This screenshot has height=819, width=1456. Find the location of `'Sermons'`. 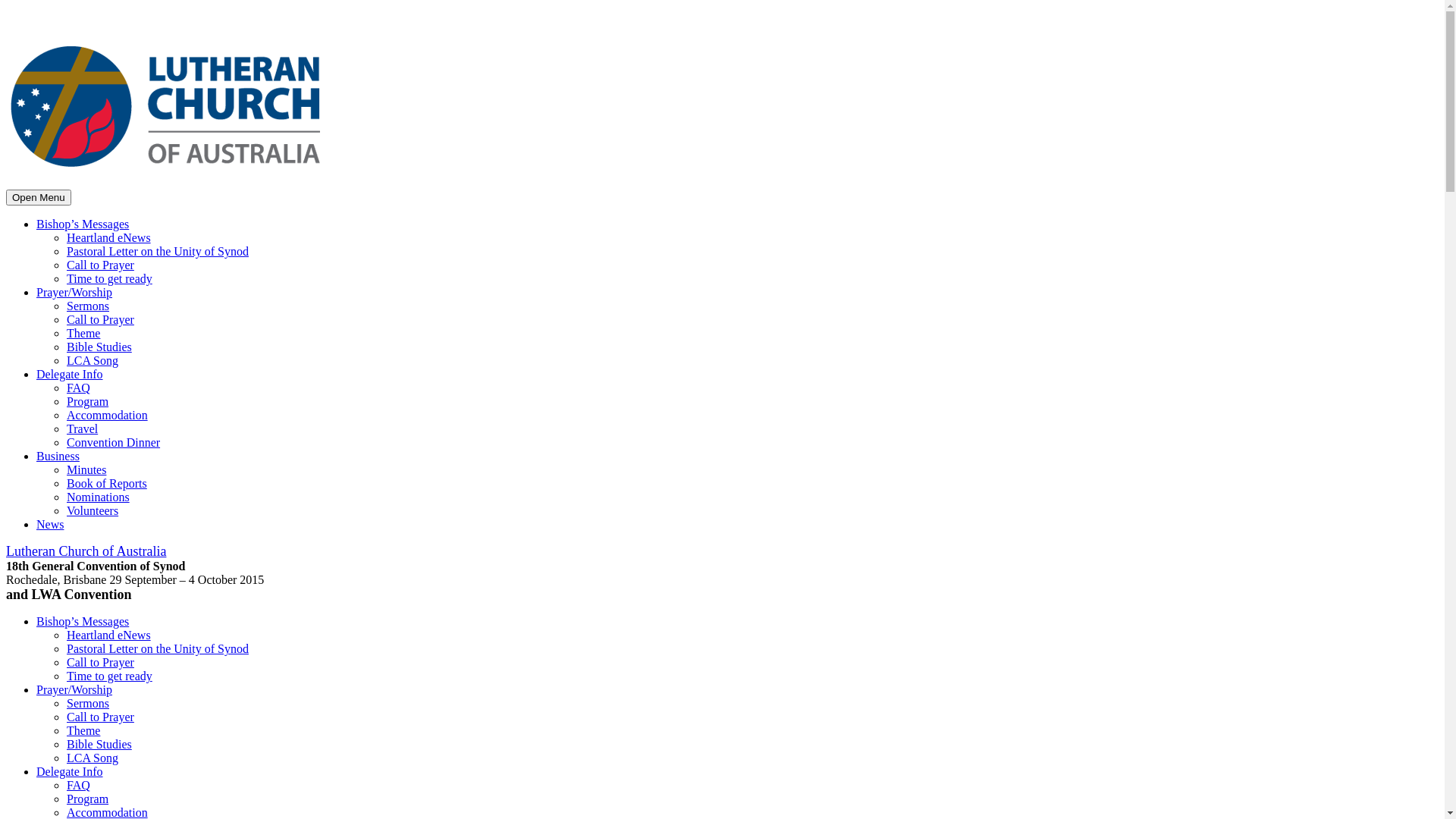

'Sermons' is located at coordinates (86, 306).